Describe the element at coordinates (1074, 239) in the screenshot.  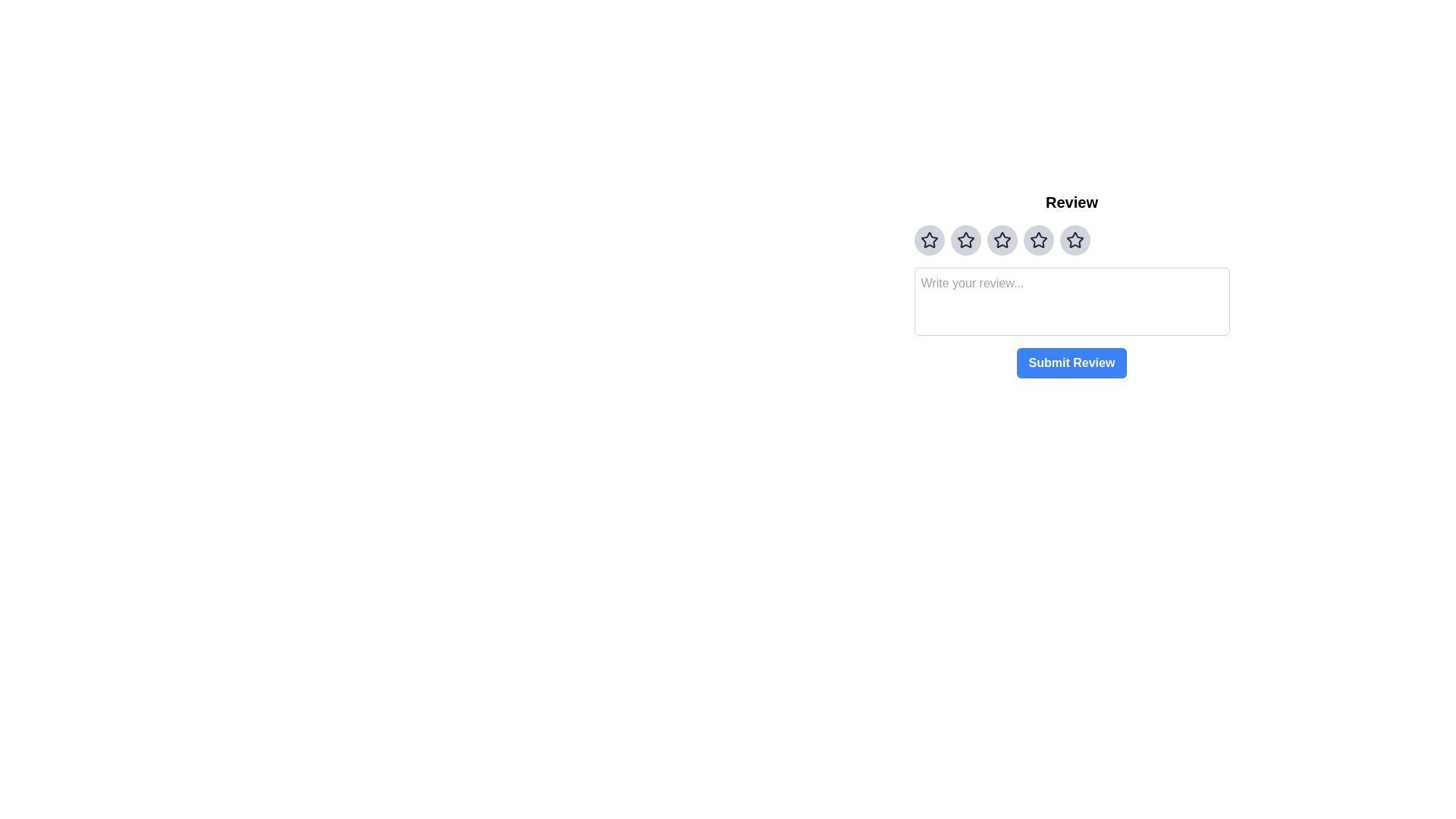
I see `the fifth star icon in the rating system` at that location.